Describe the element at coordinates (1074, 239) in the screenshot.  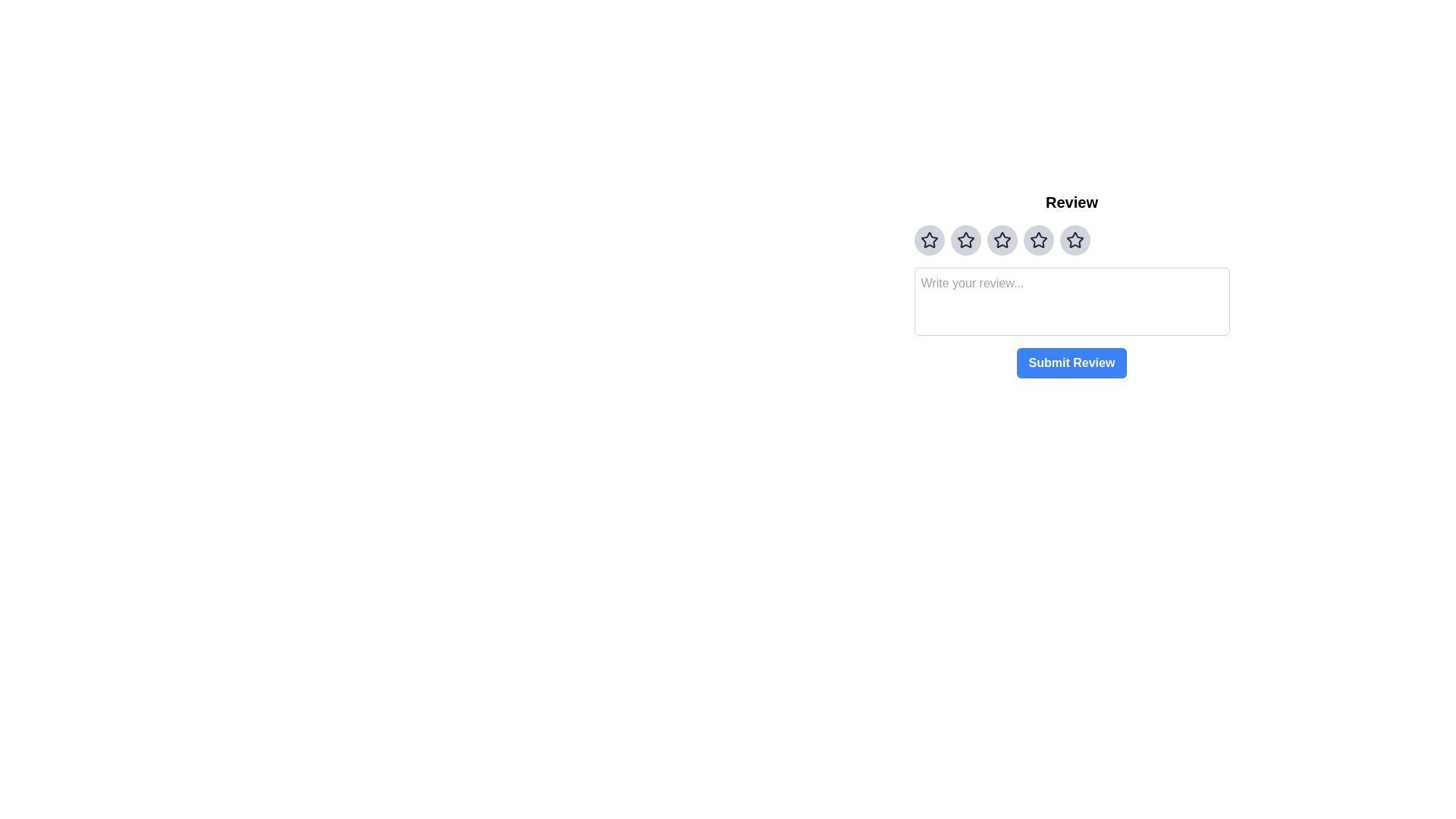
I see `the fifth star icon in the rating system` at that location.